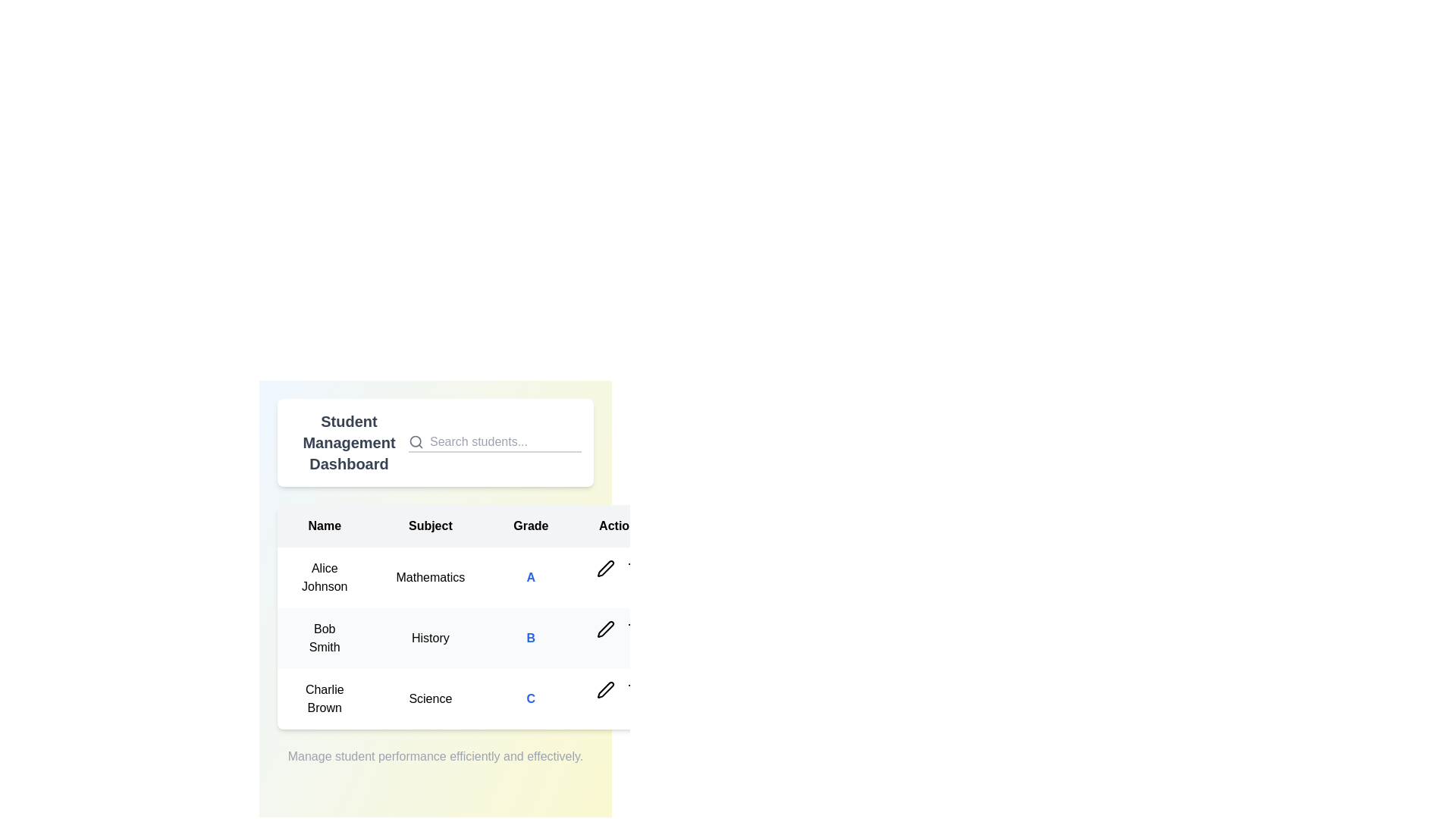 The width and height of the screenshot is (1456, 819). Describe the element at coordinates (531, 698) in the screenshot. I see `the grade 'C' label for the student 'Charlie Brown' in the 'Science' subject located in the 'Grade' column of the data table` at that location.